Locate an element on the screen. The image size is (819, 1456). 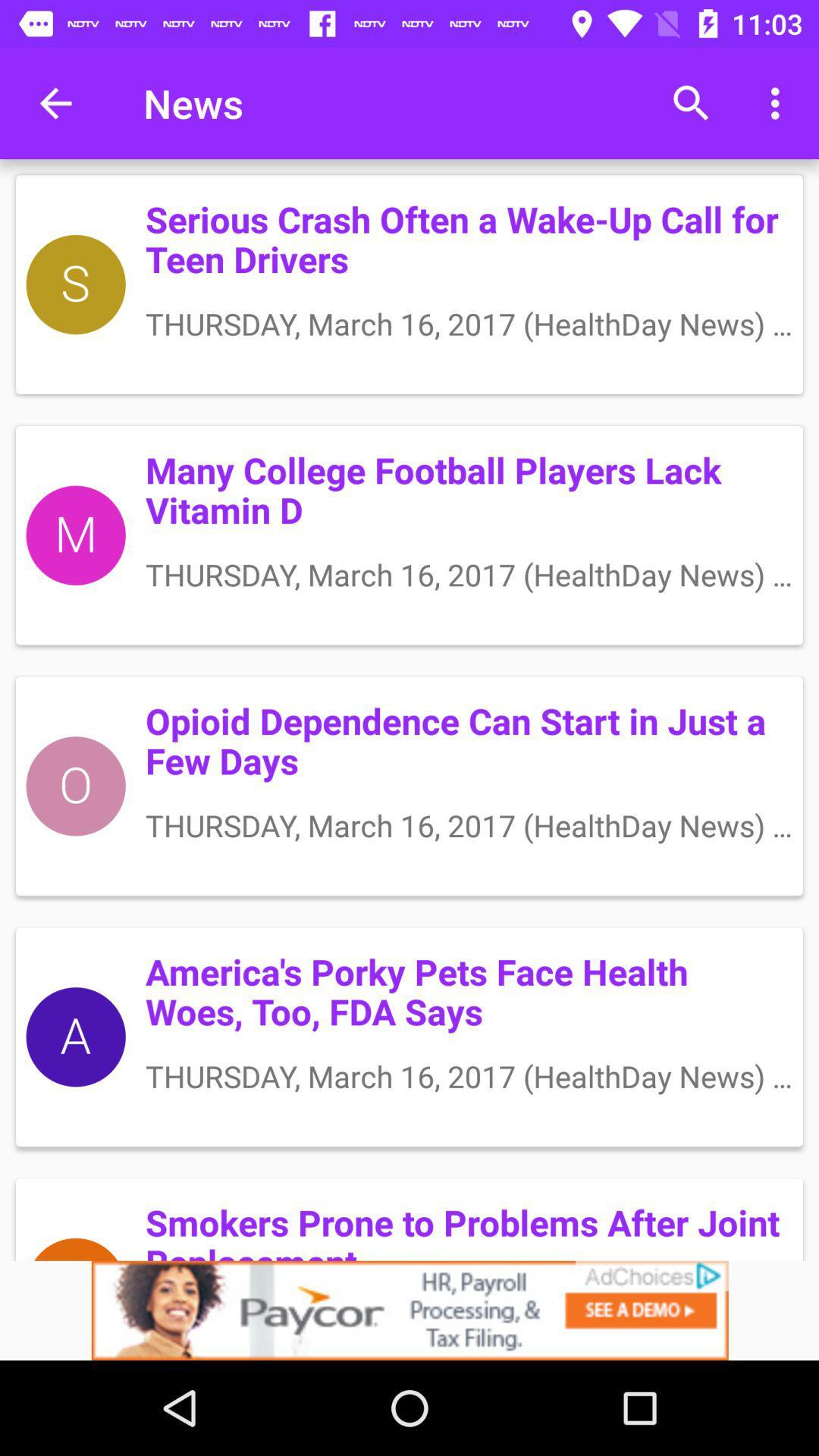
the second blog is located at coordinates (409, 535).